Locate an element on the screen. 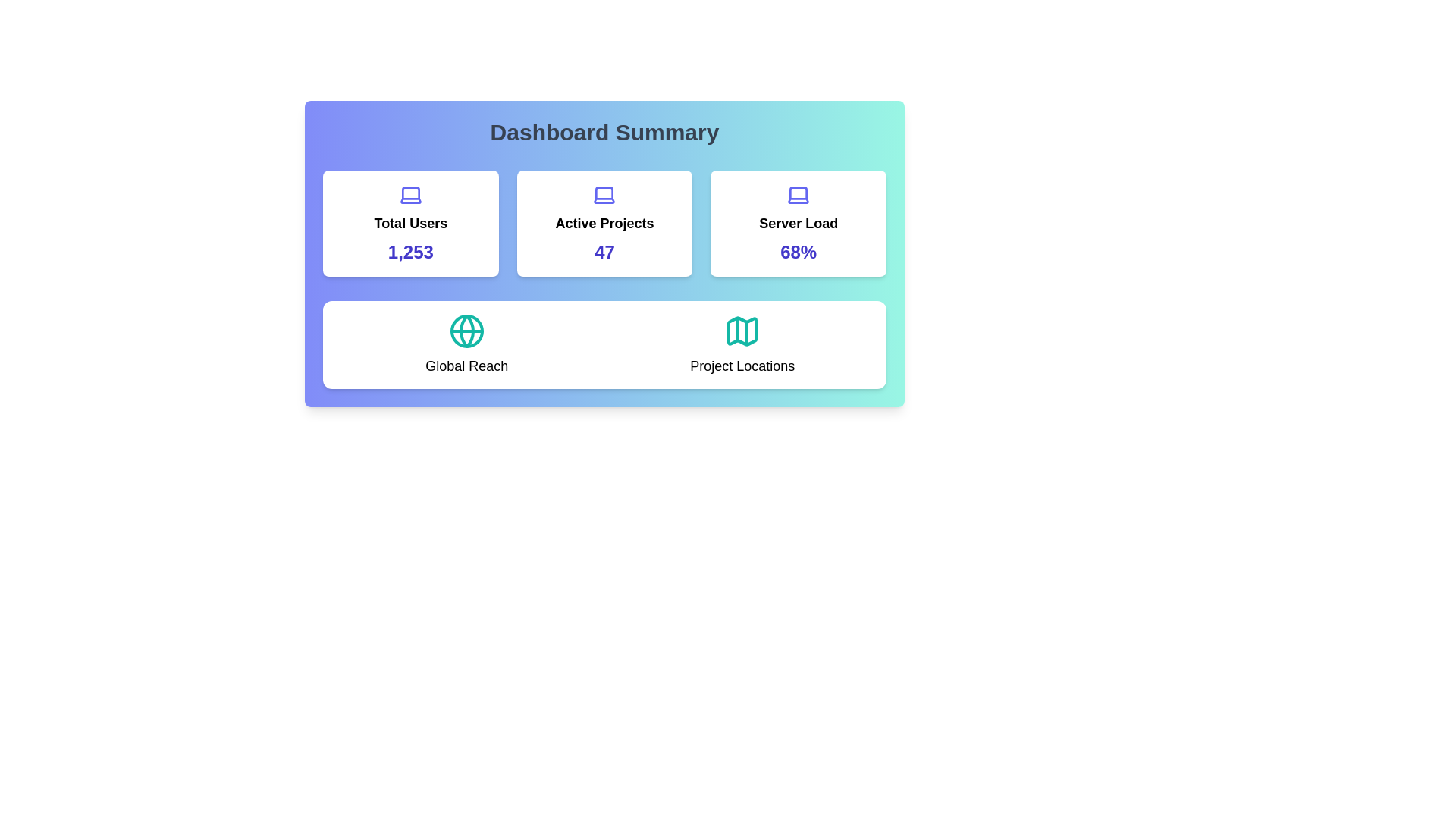  the informational card displaying the total user count '1,253' is located at coordinates (410, 223).